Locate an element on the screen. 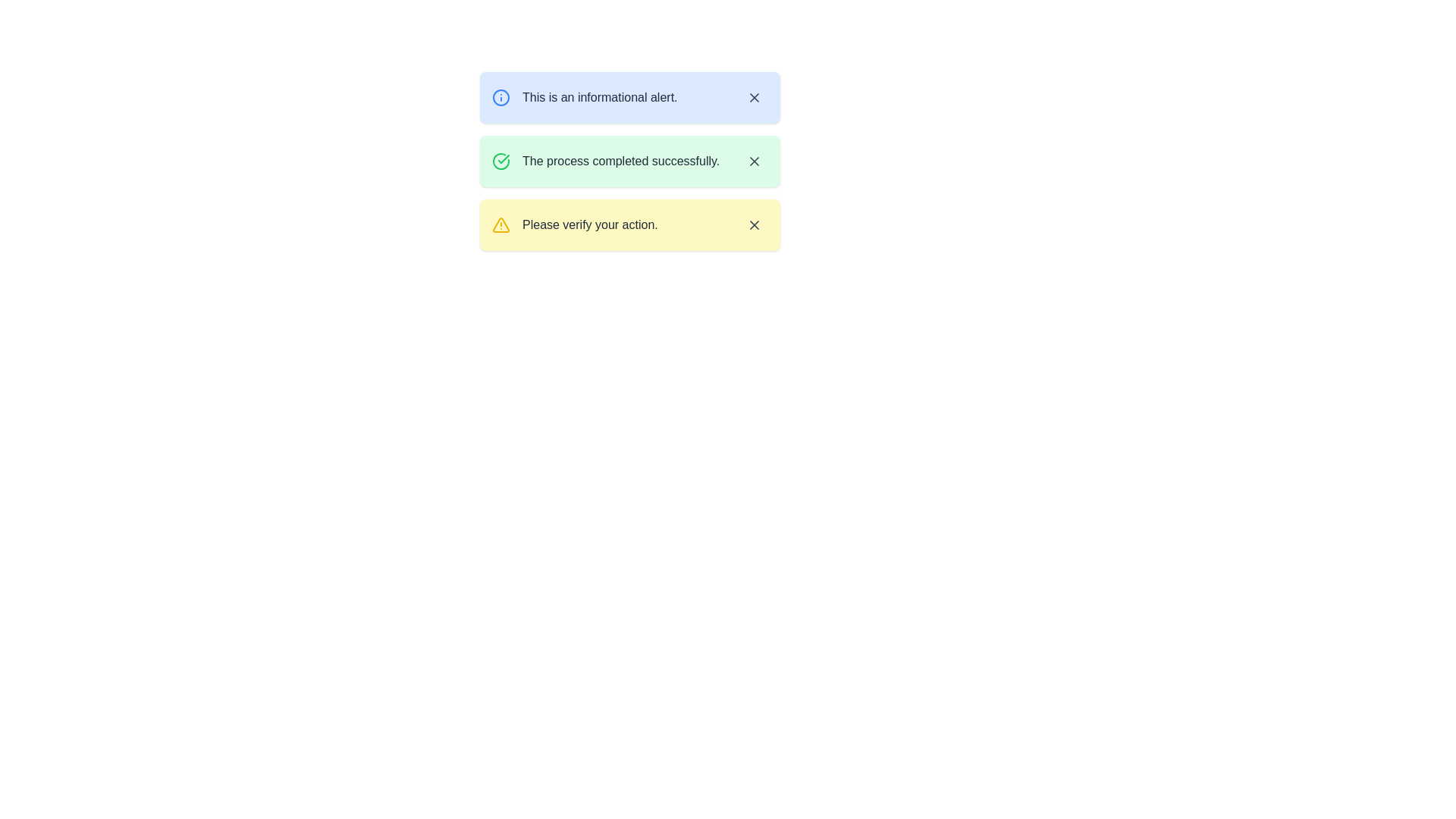 The height and width of the screenshot is (819, 1456). the alert component that serves as a warning or caution notification, situated as the third item in a stack of alerts, for accessibility purposes is located at coordinates (629, 225).